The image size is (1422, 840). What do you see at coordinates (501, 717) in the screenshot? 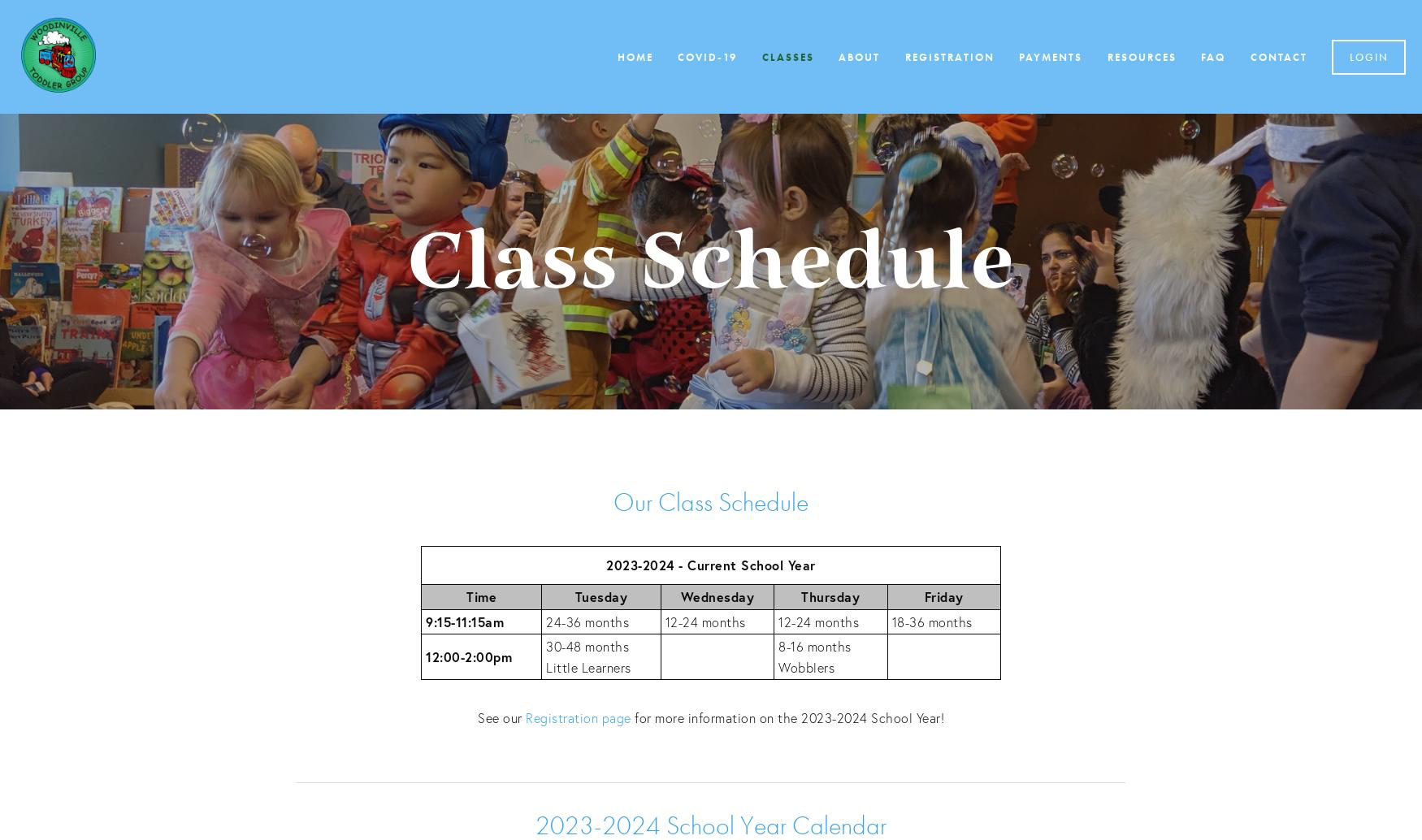
I see `'See our'` at bounding box center [501, 717].